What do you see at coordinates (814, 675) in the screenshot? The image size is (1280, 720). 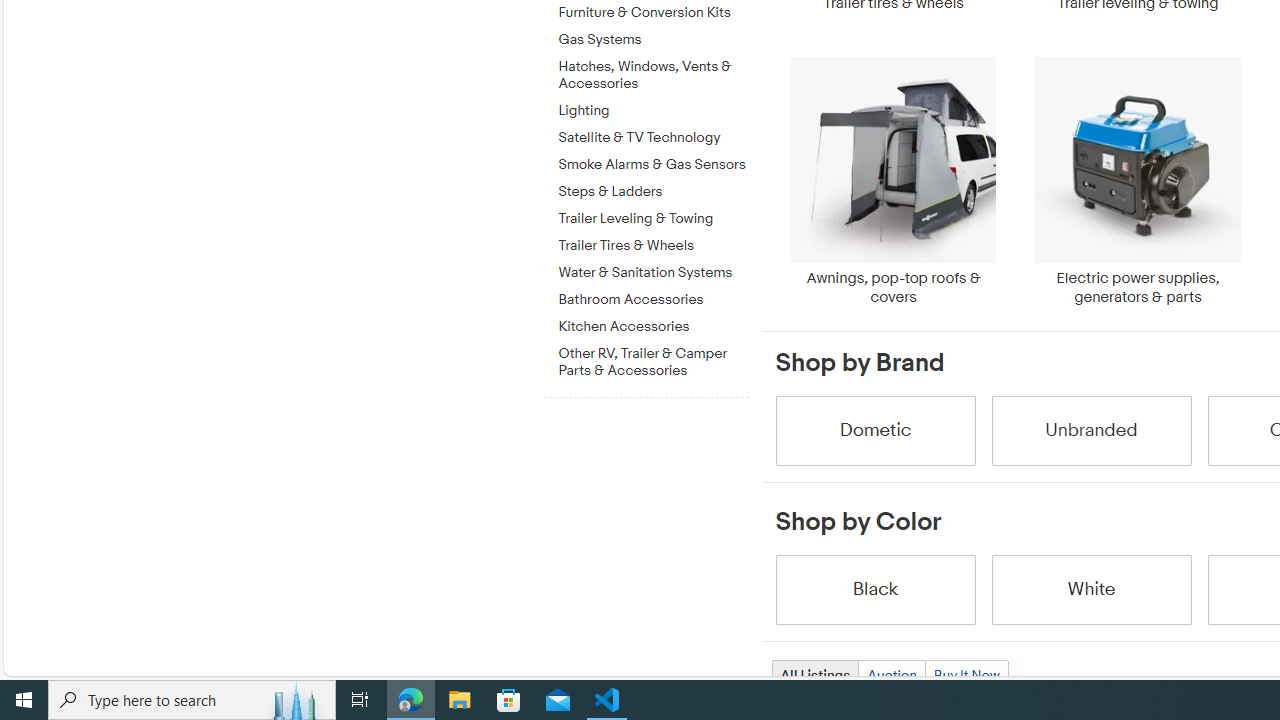 I see `'All Listings'` at bounding box center [814, 675].